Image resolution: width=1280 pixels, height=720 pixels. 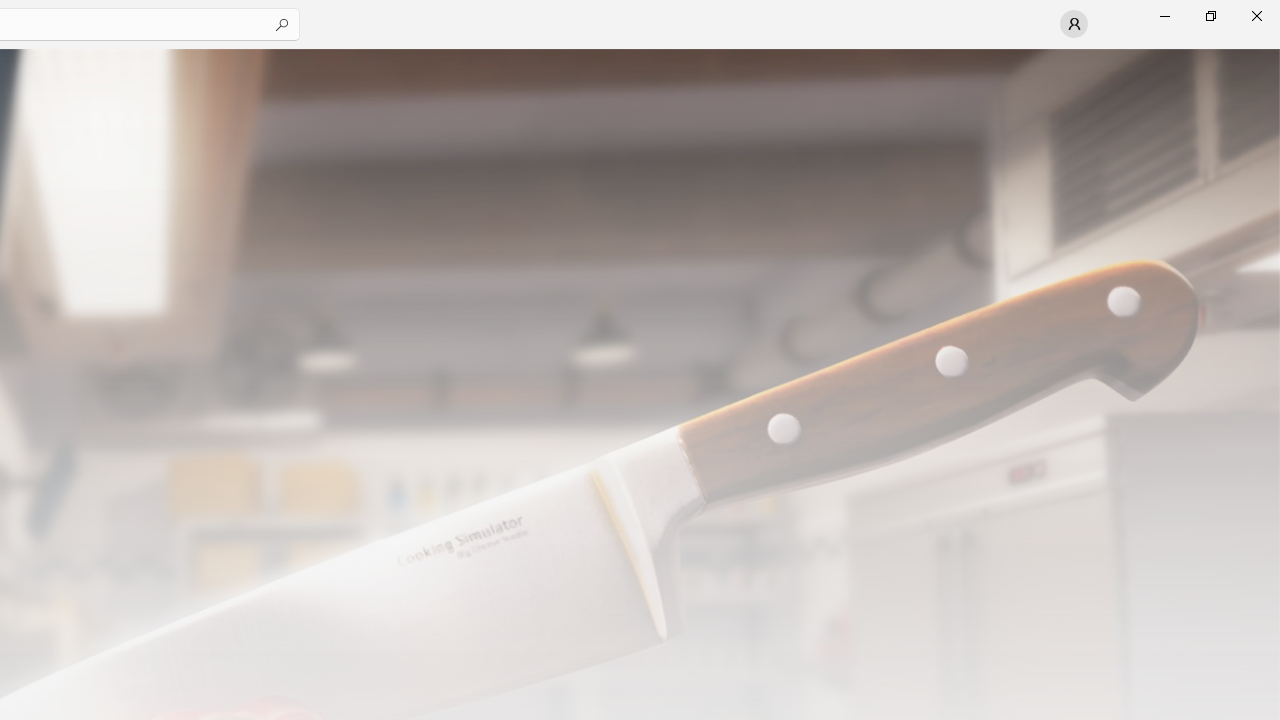 What do you see at coordinates (1072, 24) in the screenshot?
I see `'User profile'` at bounding box center [1072, 24].